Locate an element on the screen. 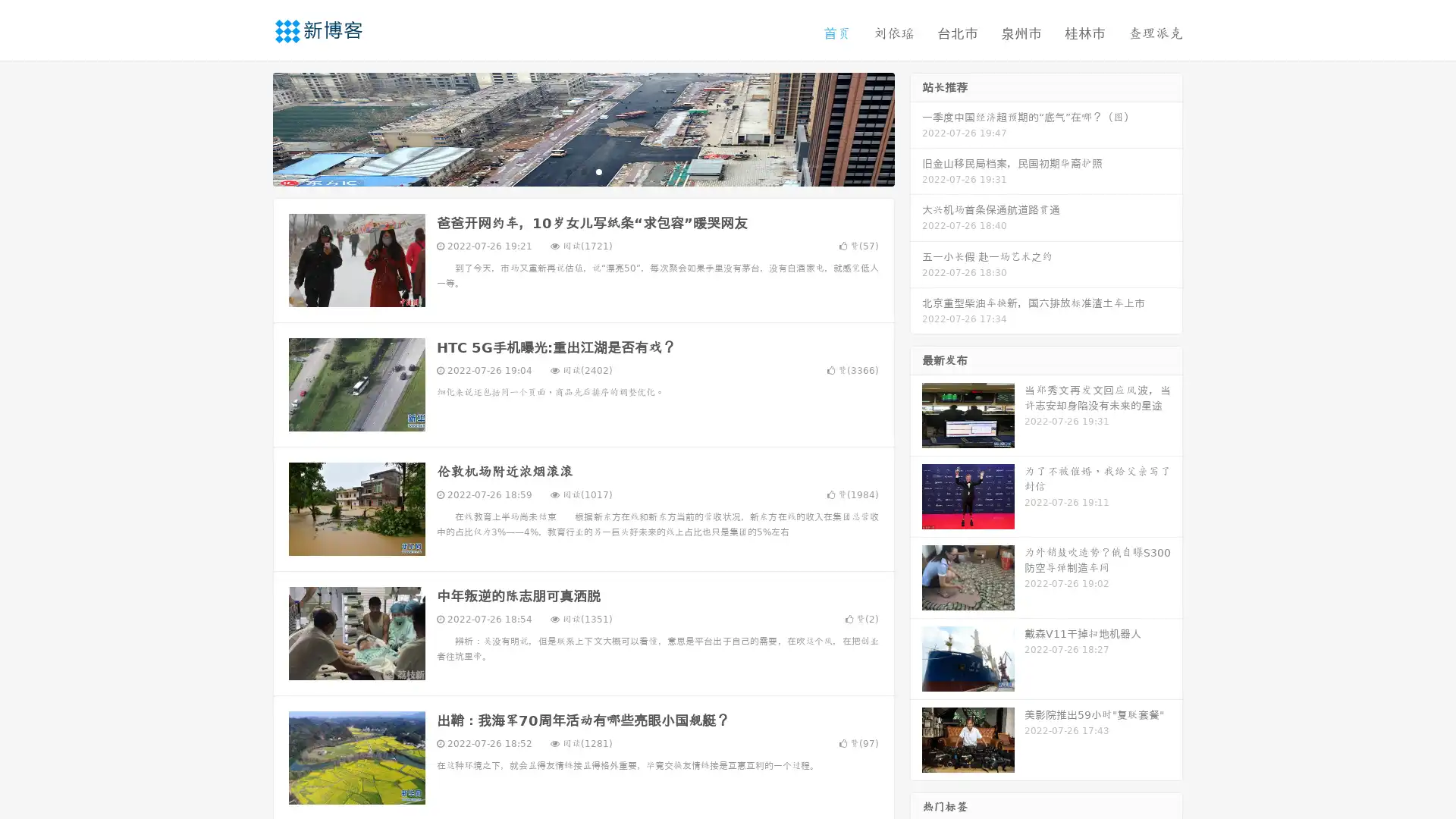  Previous slide is located at coordinates (250, 127).